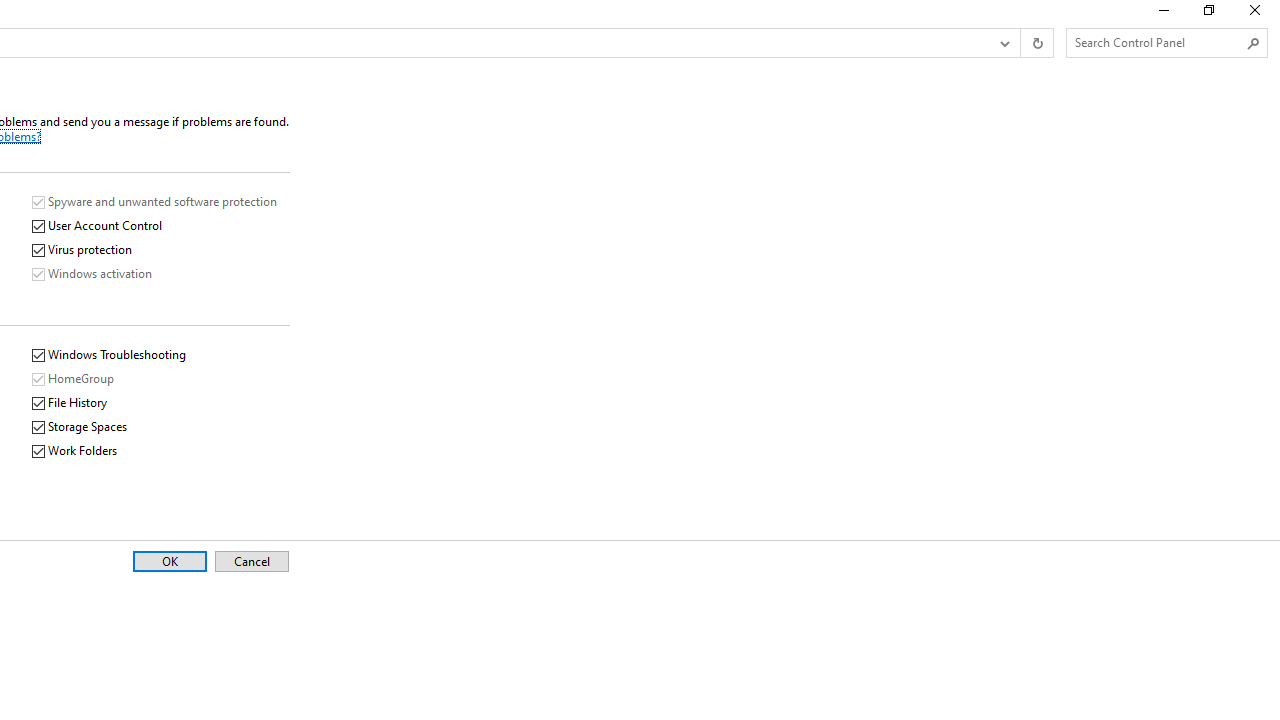  What do you see at coordinates (154, 202) in the screenshot?
I see `'Spyware and unwanted software protection'` at bounding box center [154, 202].